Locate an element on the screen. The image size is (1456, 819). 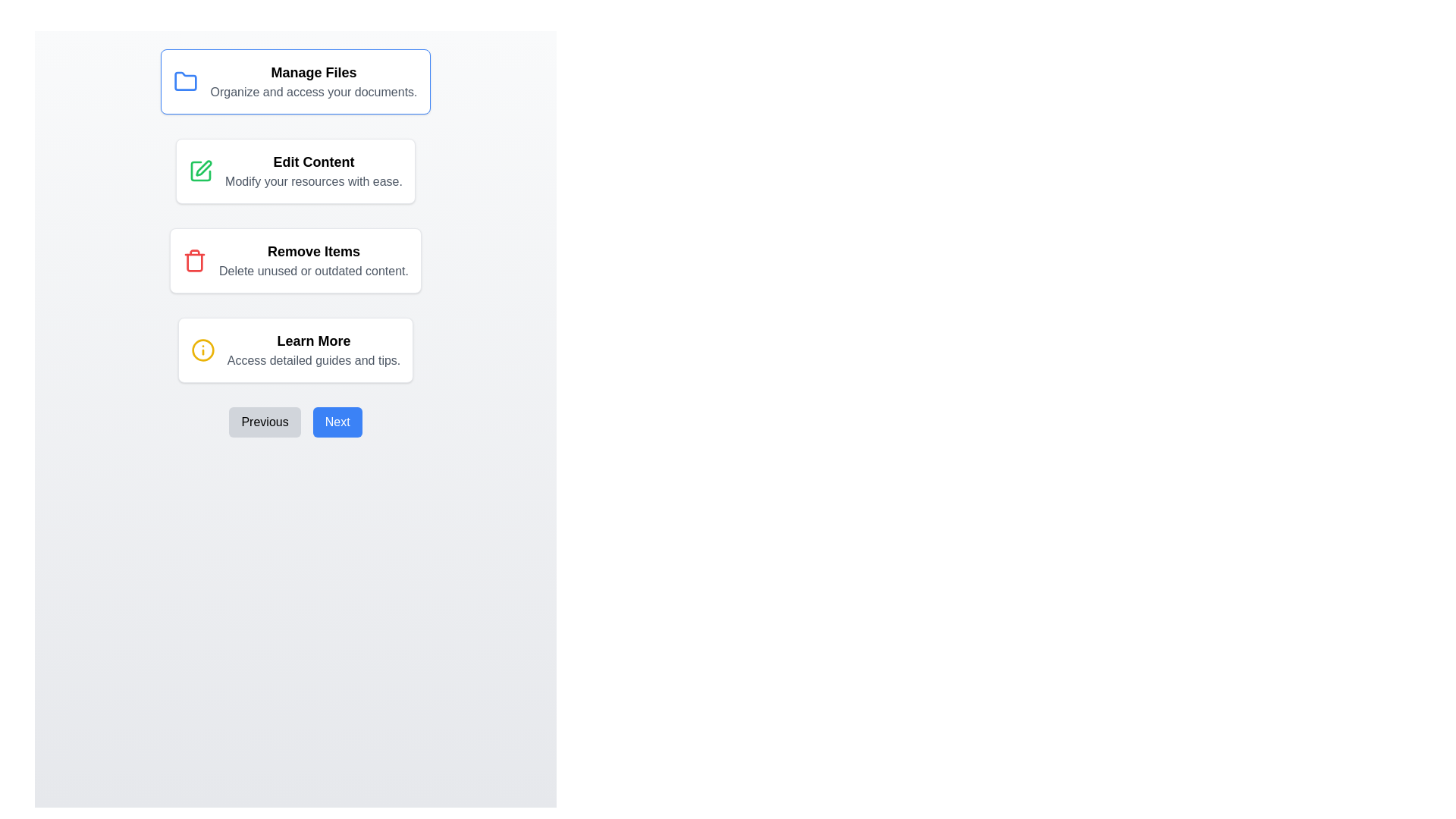
the Informational Card displaying an icon of a folder on the left, with the title 'Manage Files' in bold black and description 'Organize and access your documents.' in gray is located at coordinates (295, 82).